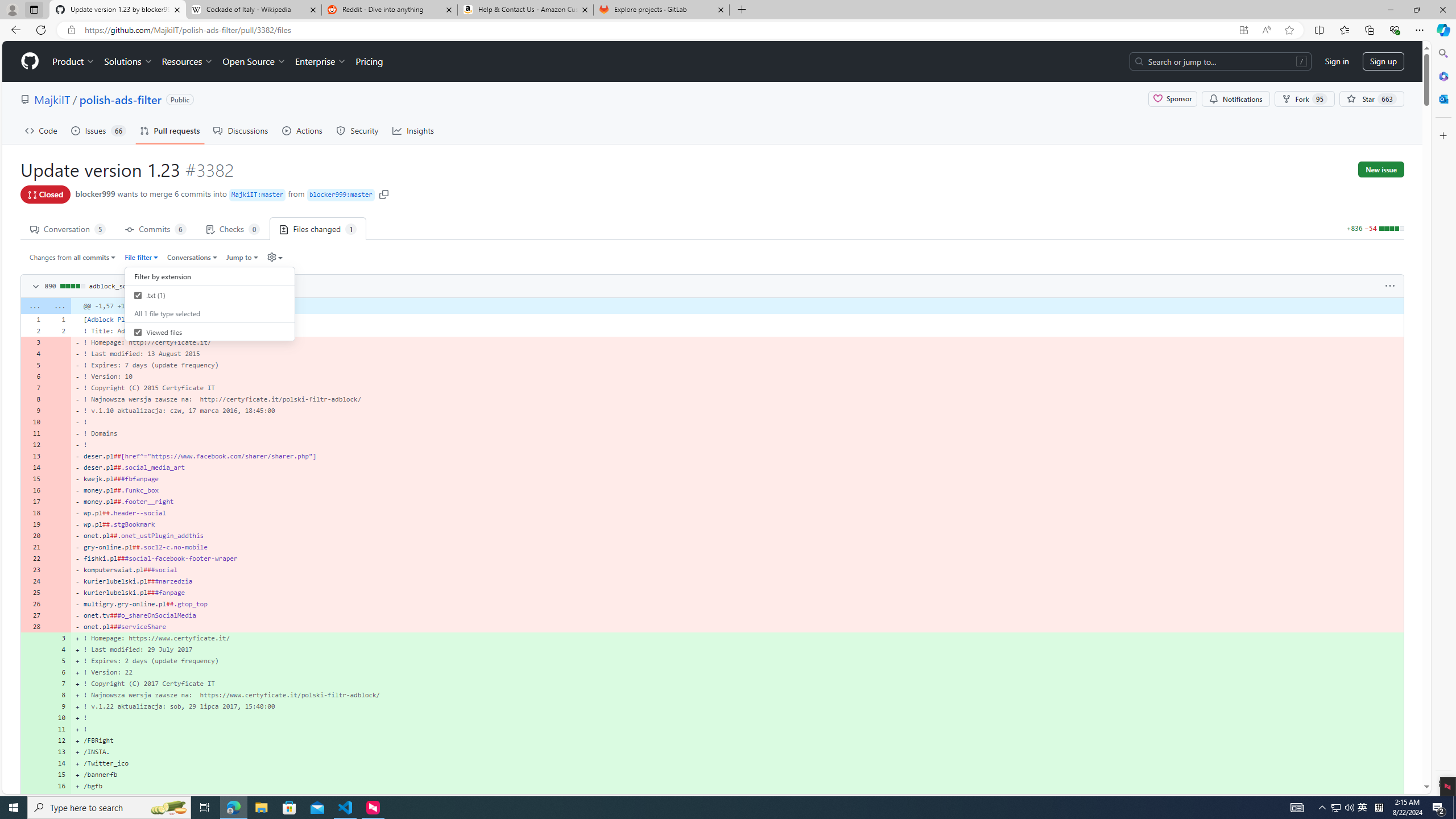  I want to click on 'Show options', so click(1389, 286).